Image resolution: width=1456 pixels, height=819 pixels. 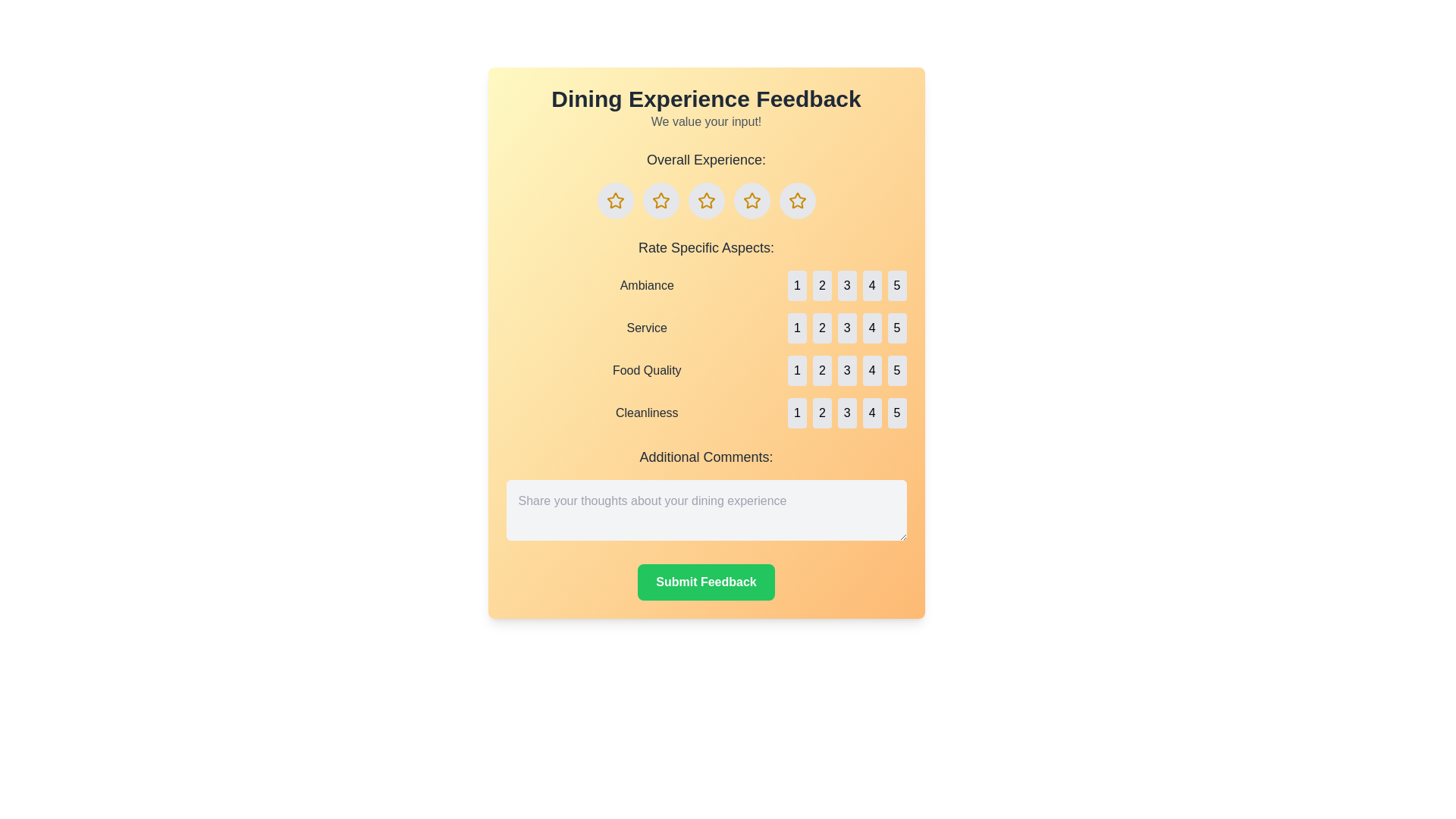 I want to click on the supportive text label located centrally below the 'Dining Experience Feedback' title in the header section of the interface, so click(x=705, y=121).